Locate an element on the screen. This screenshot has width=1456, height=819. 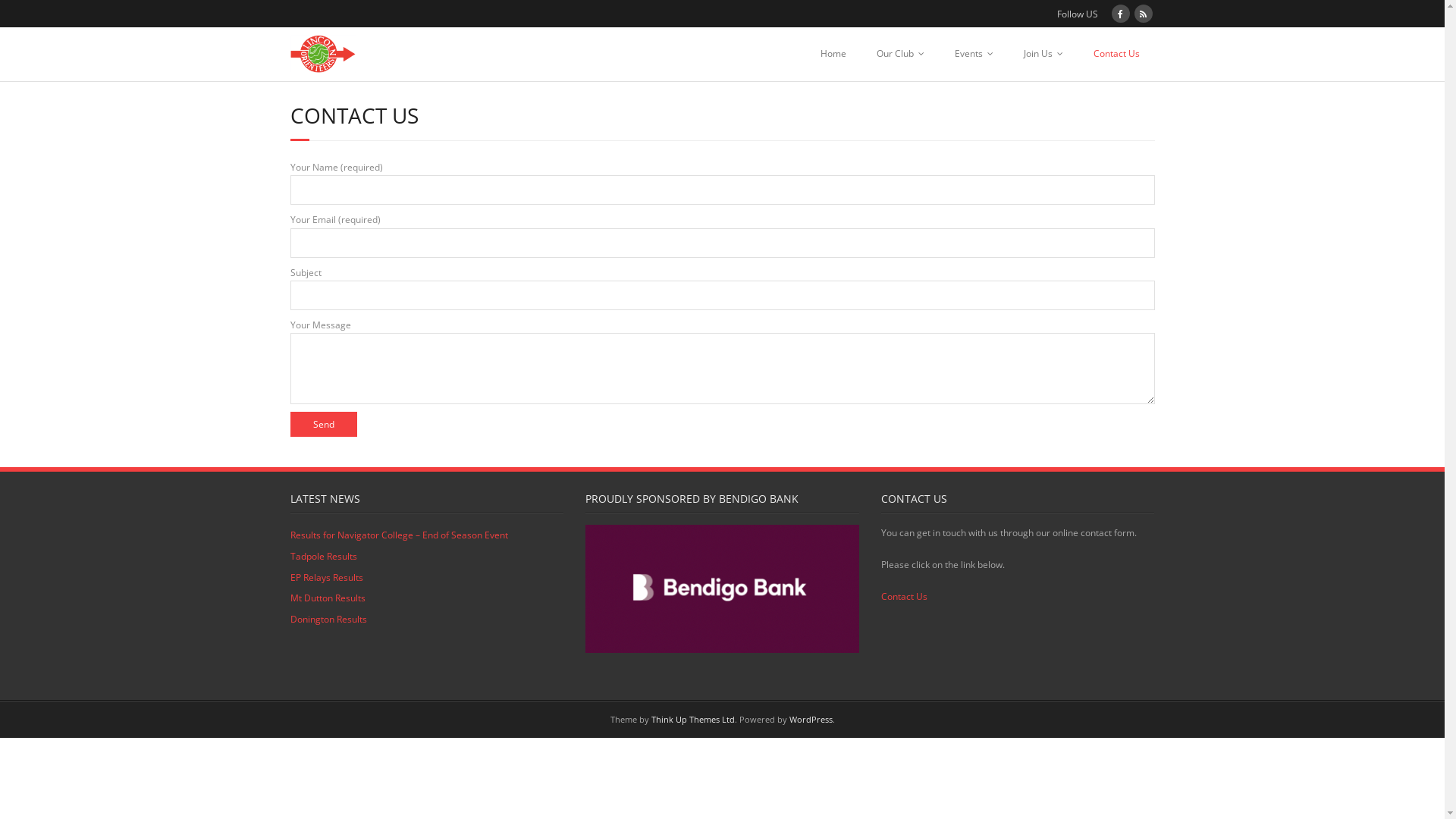
'Think Up Themes Ltd' is located at coordinates (691, 717).